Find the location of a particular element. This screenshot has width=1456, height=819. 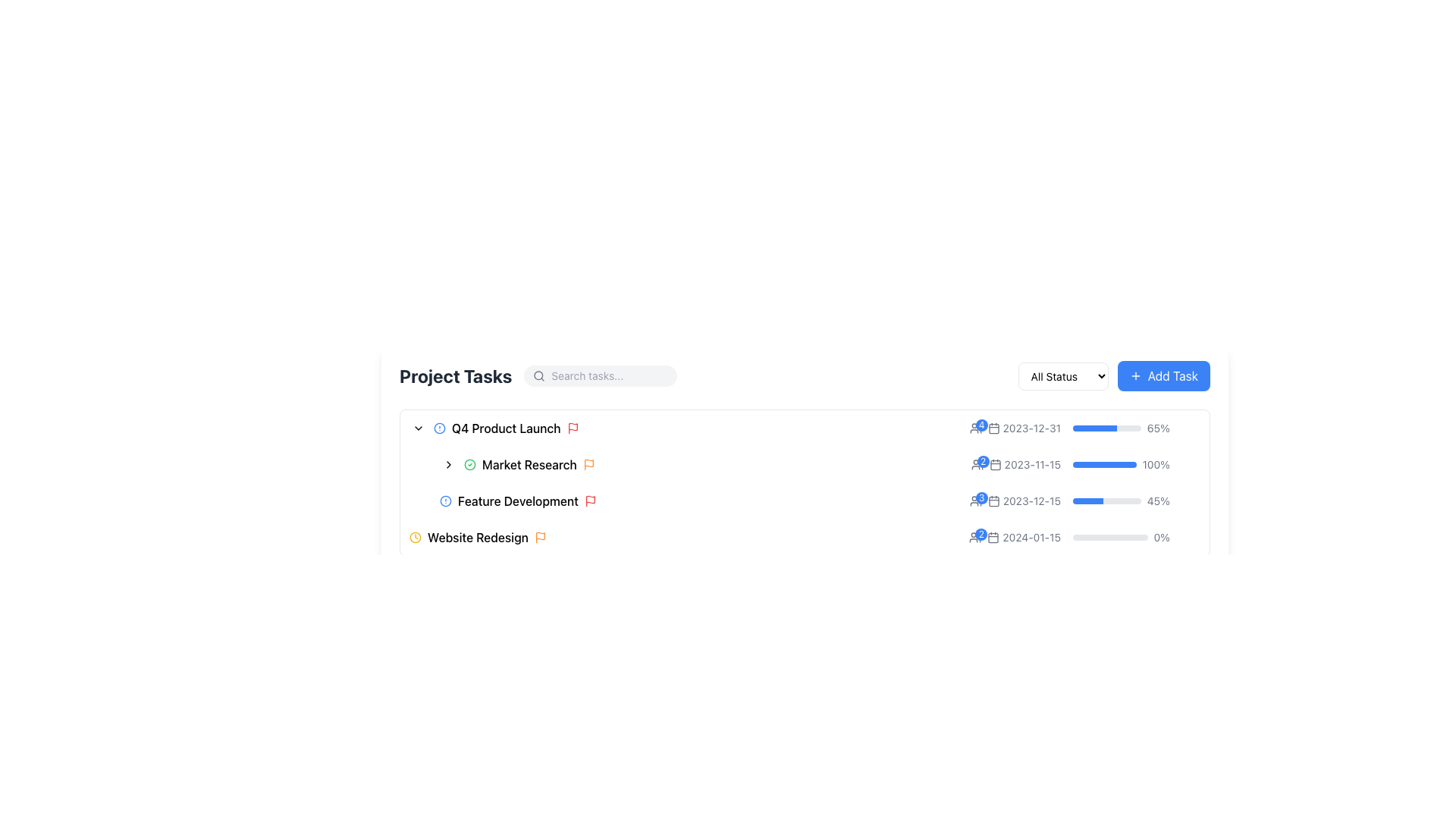

the 'Add Task' icon located on the left side of the text label within the button in the top-right corner of the interface is located at coordinates (1135, 375).